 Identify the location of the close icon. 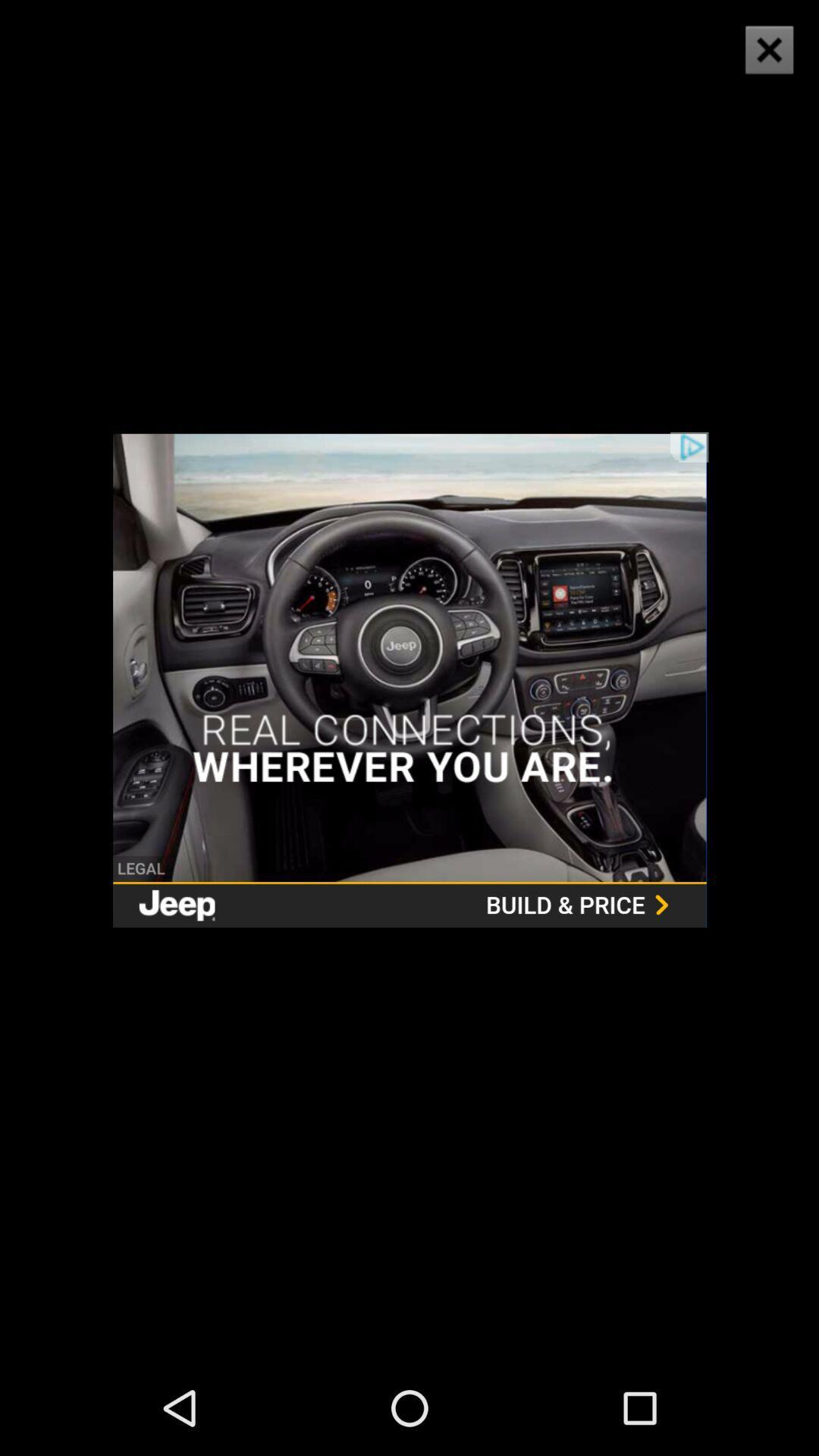
(769, 53).